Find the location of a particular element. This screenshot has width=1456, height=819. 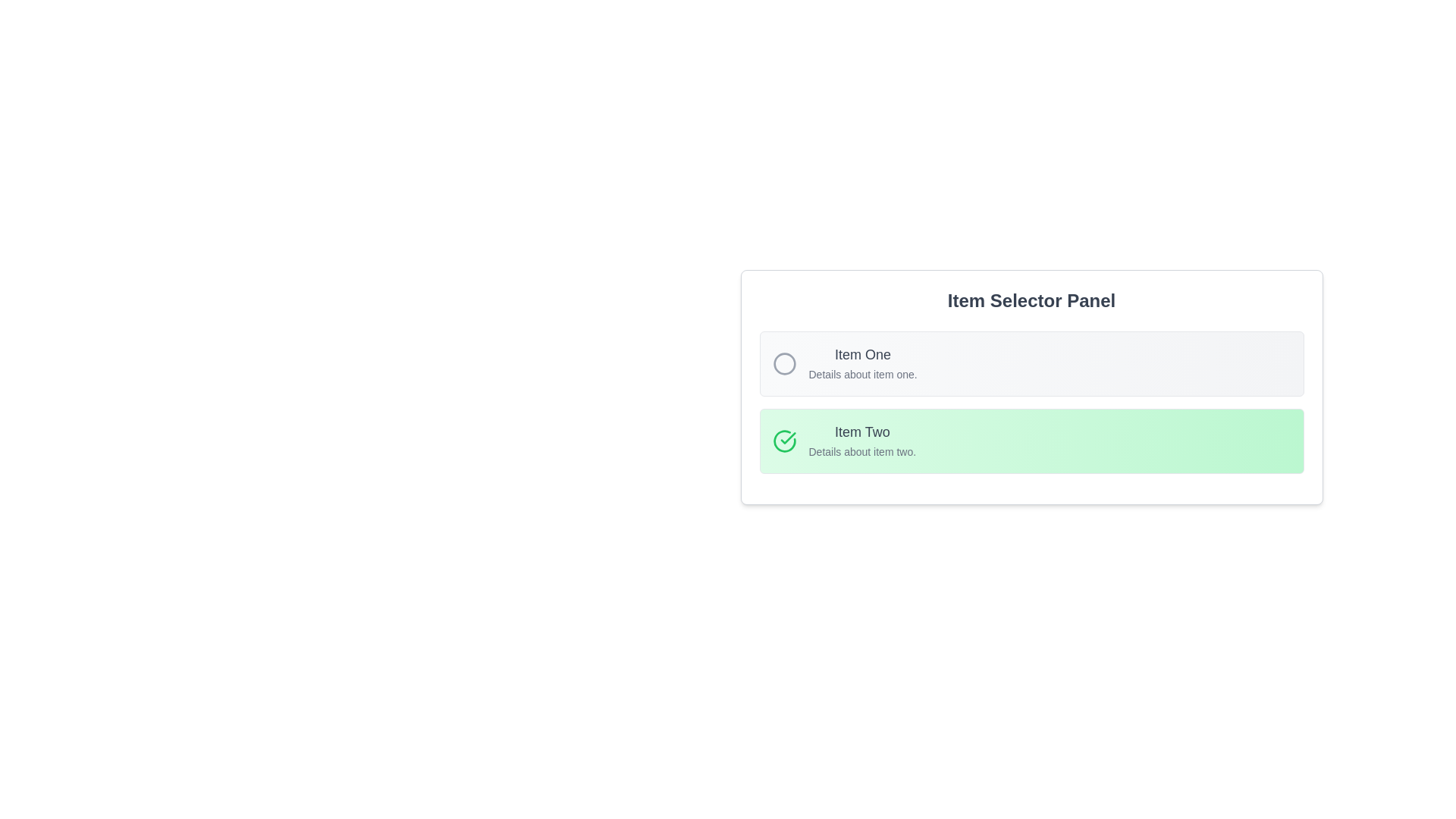

the text label displaying 'Details about item one.' which is located below the 'Item One' text in the 'Item Selector Panel.' is located at coordinates (863, 374).